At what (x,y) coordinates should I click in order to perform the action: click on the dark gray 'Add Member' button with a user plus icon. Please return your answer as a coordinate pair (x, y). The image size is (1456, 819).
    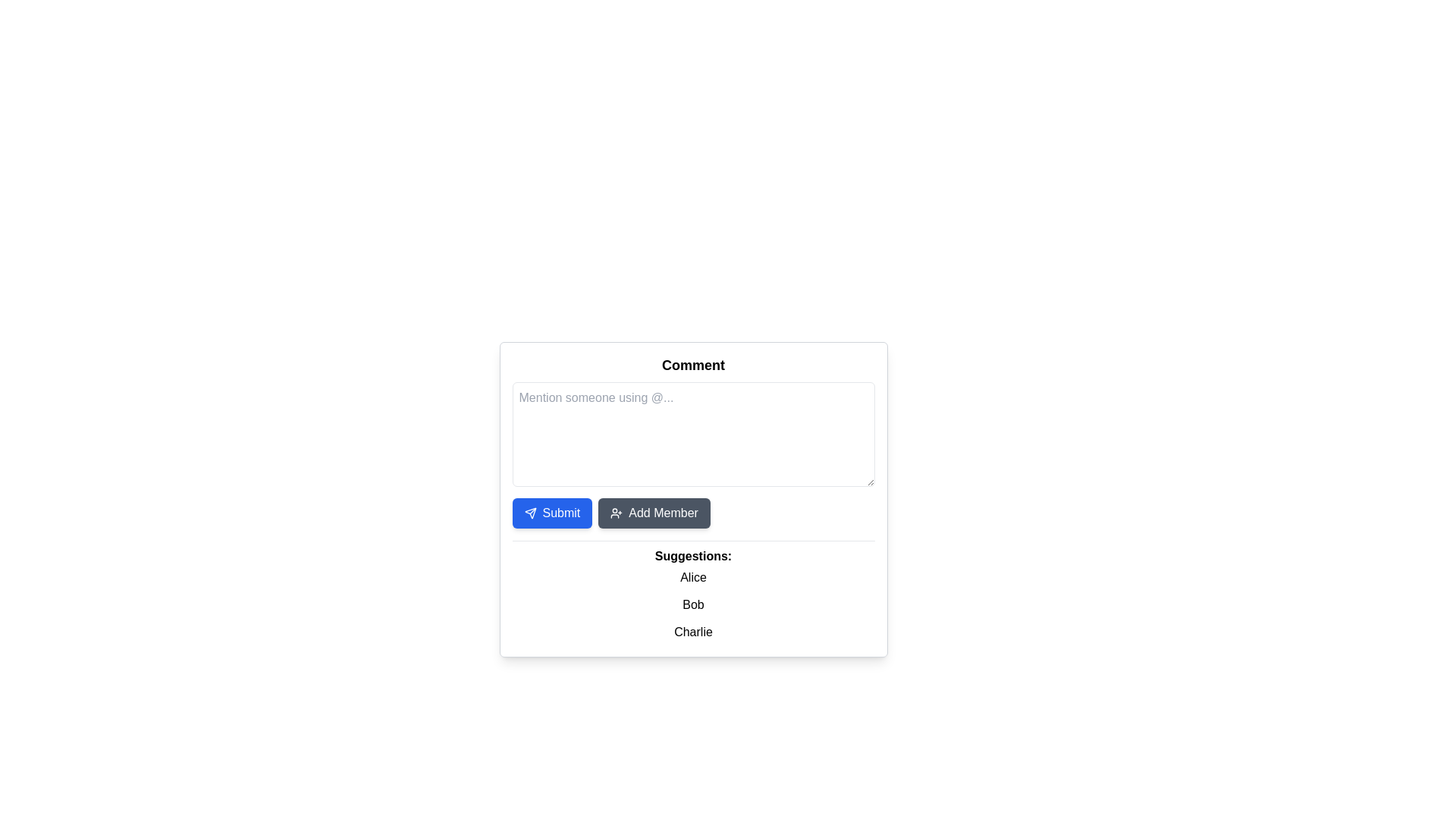
    Looking at the image, I should click on (692, 513).